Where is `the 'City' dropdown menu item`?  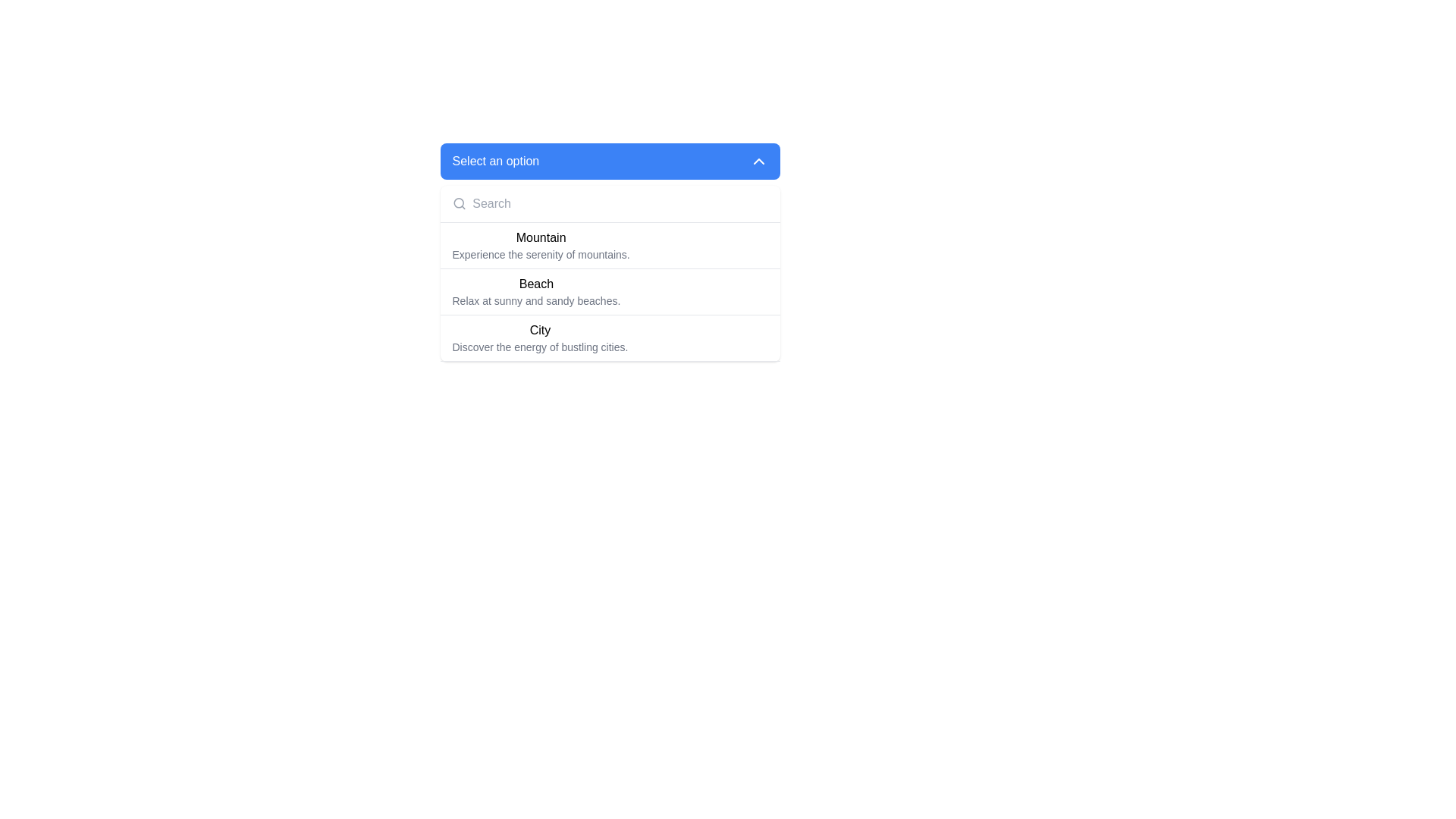
the 'City' dropdown menu item is located at coordinates (540, 337).